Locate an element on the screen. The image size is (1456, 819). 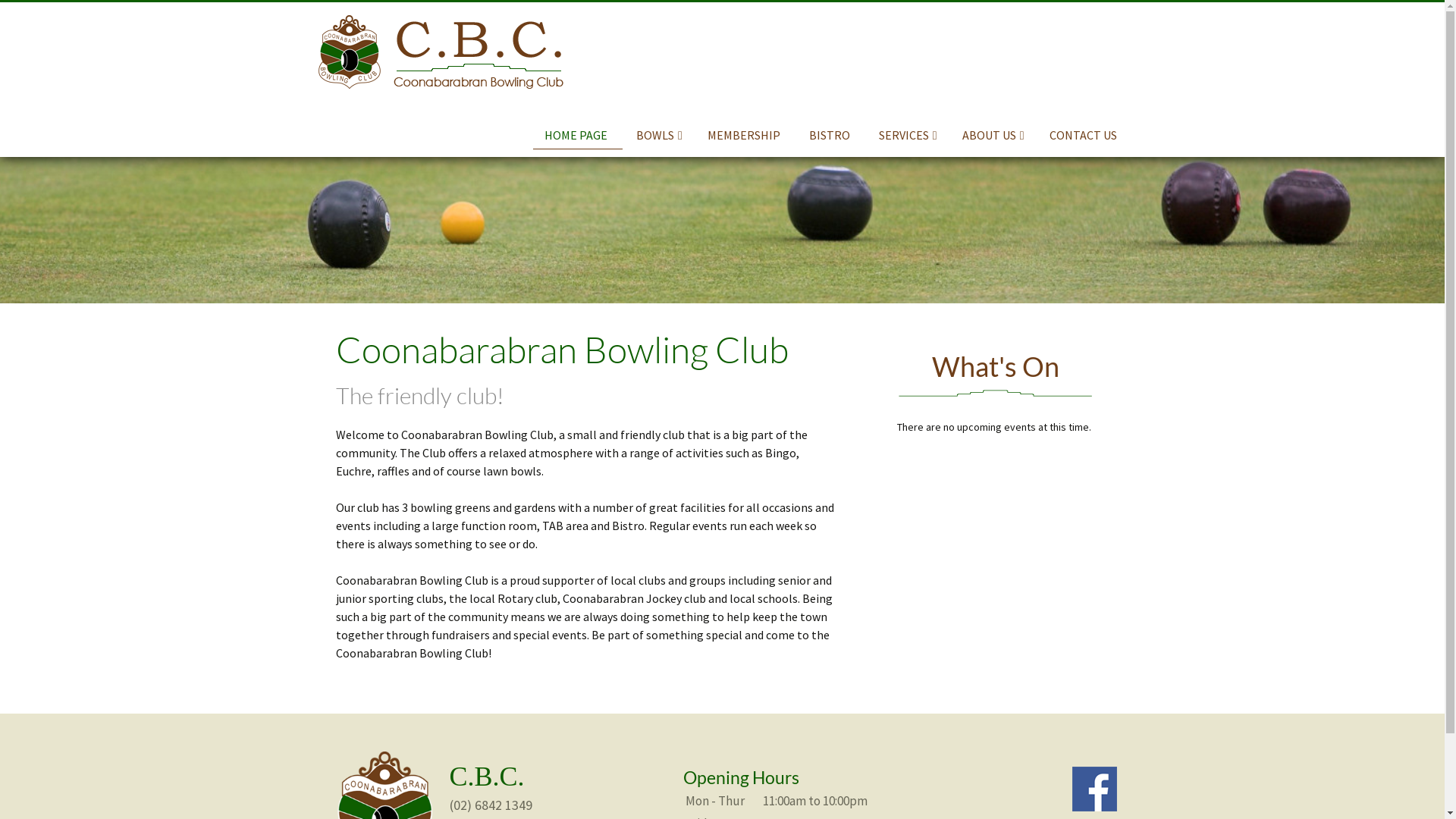
'HOME PAGE' is located at coordinates (577, 134).